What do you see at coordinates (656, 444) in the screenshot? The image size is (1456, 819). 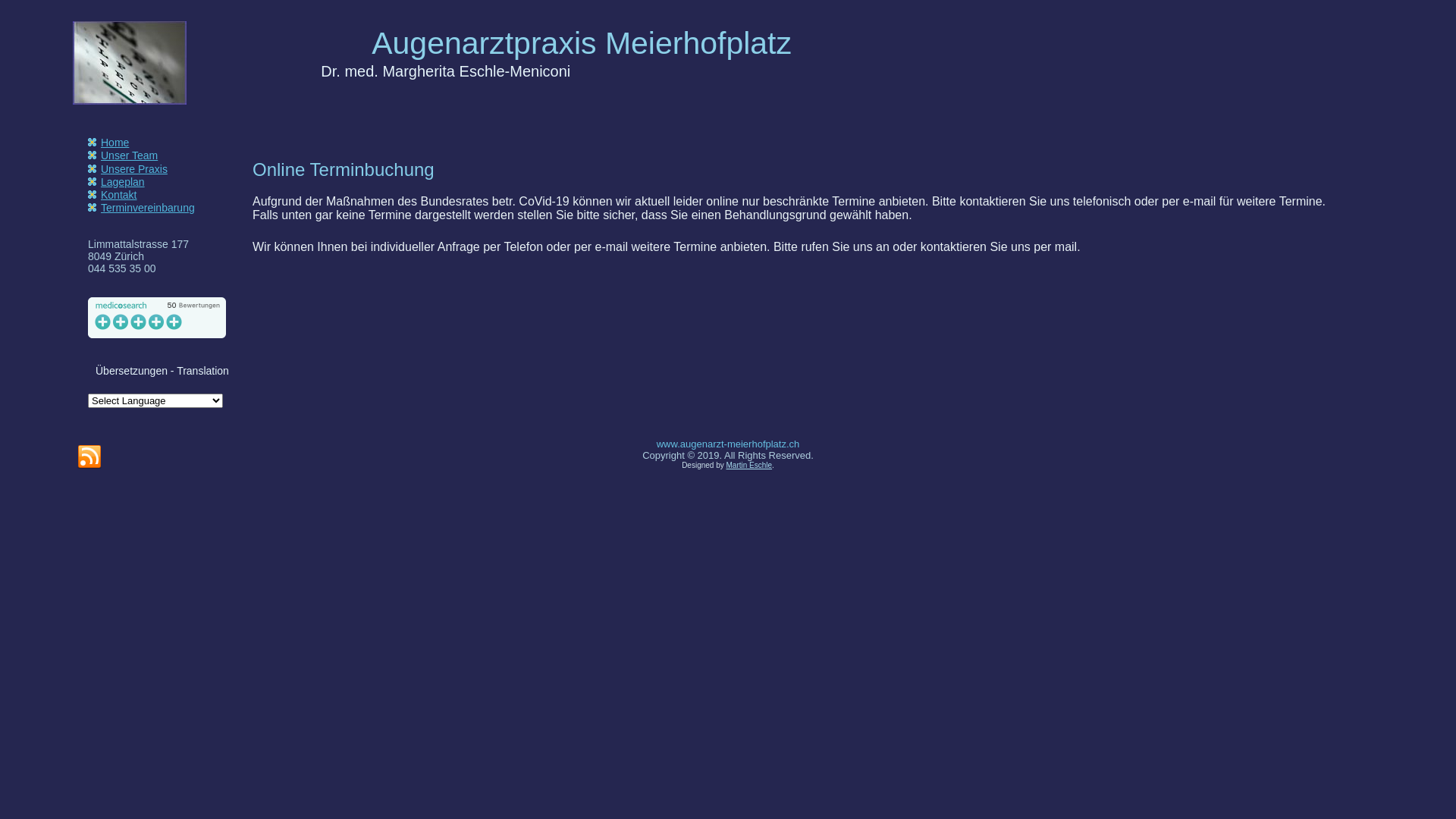 I see `'www.augenarzt-meierhofplatz.ch'` at bounding box center [656, 444].